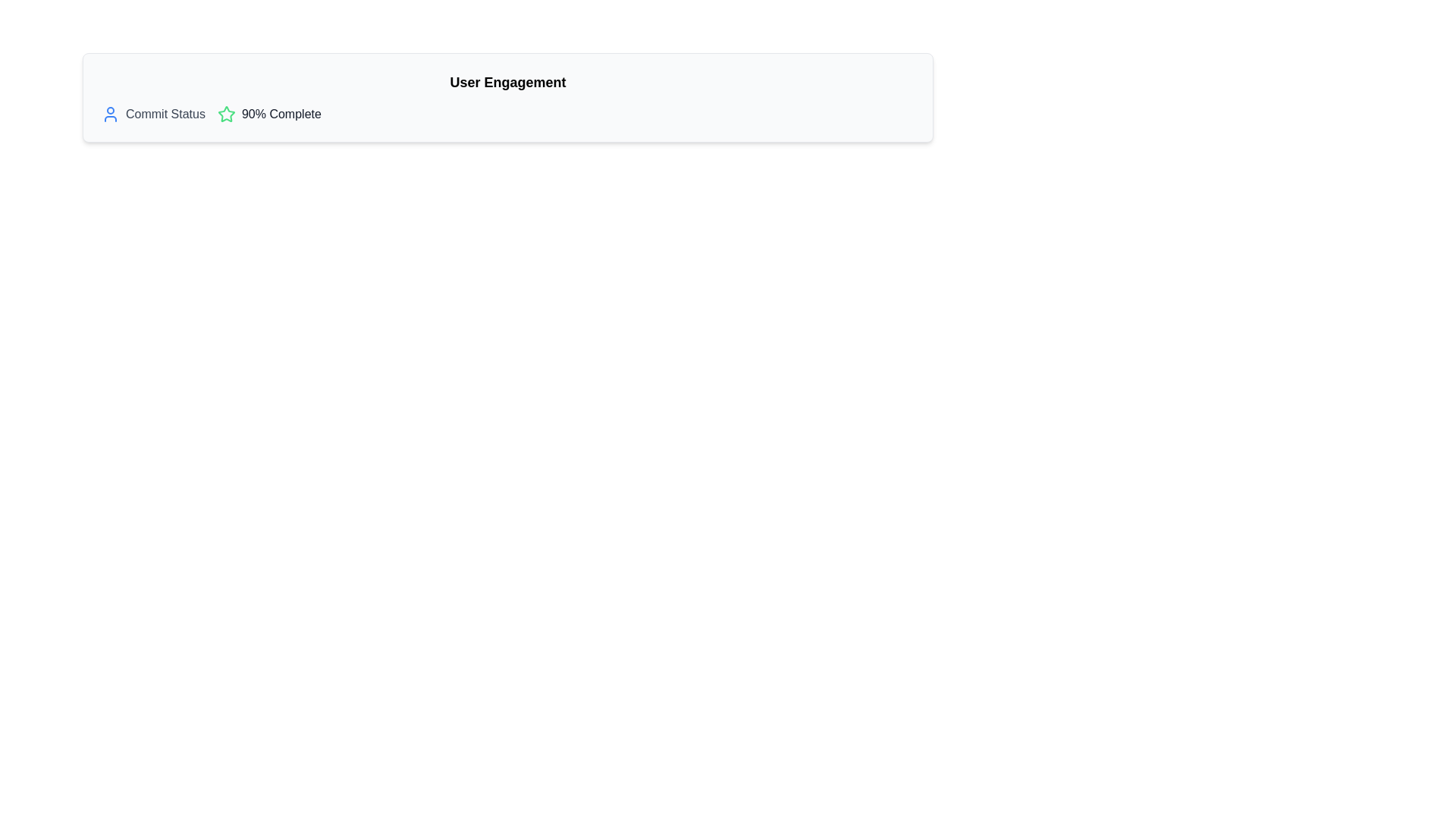 The image size is (1456, 819). What do you see at coordinates (225, 113) in the screenshot?
I see `the stylized star icon with a green outline and hollow center, which is the second visual element from the left in the interface` at bounding box center [225, 113].